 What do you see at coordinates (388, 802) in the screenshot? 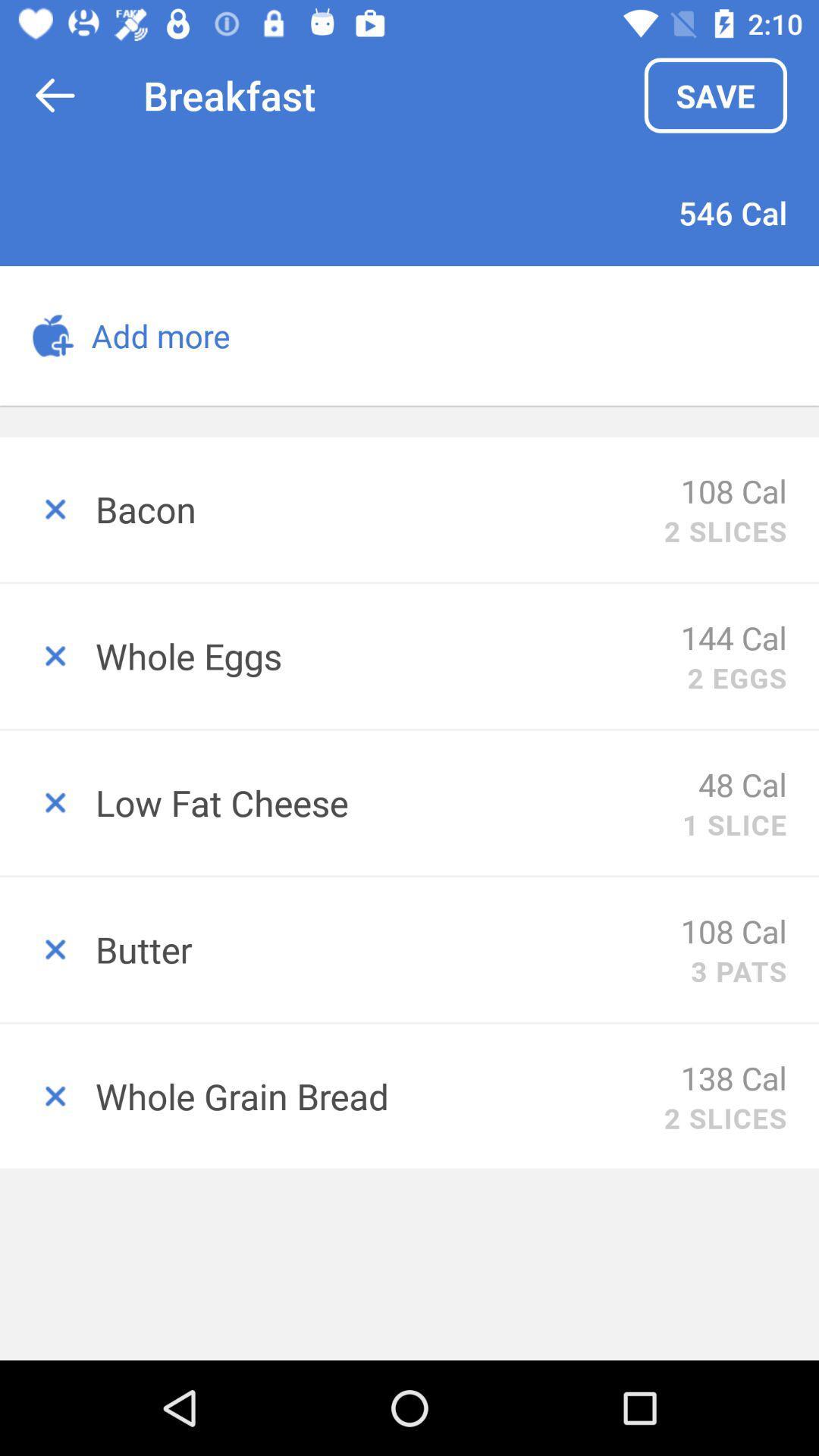
I see `icon next to the 1 slice item` at bounding box center [388, 802].